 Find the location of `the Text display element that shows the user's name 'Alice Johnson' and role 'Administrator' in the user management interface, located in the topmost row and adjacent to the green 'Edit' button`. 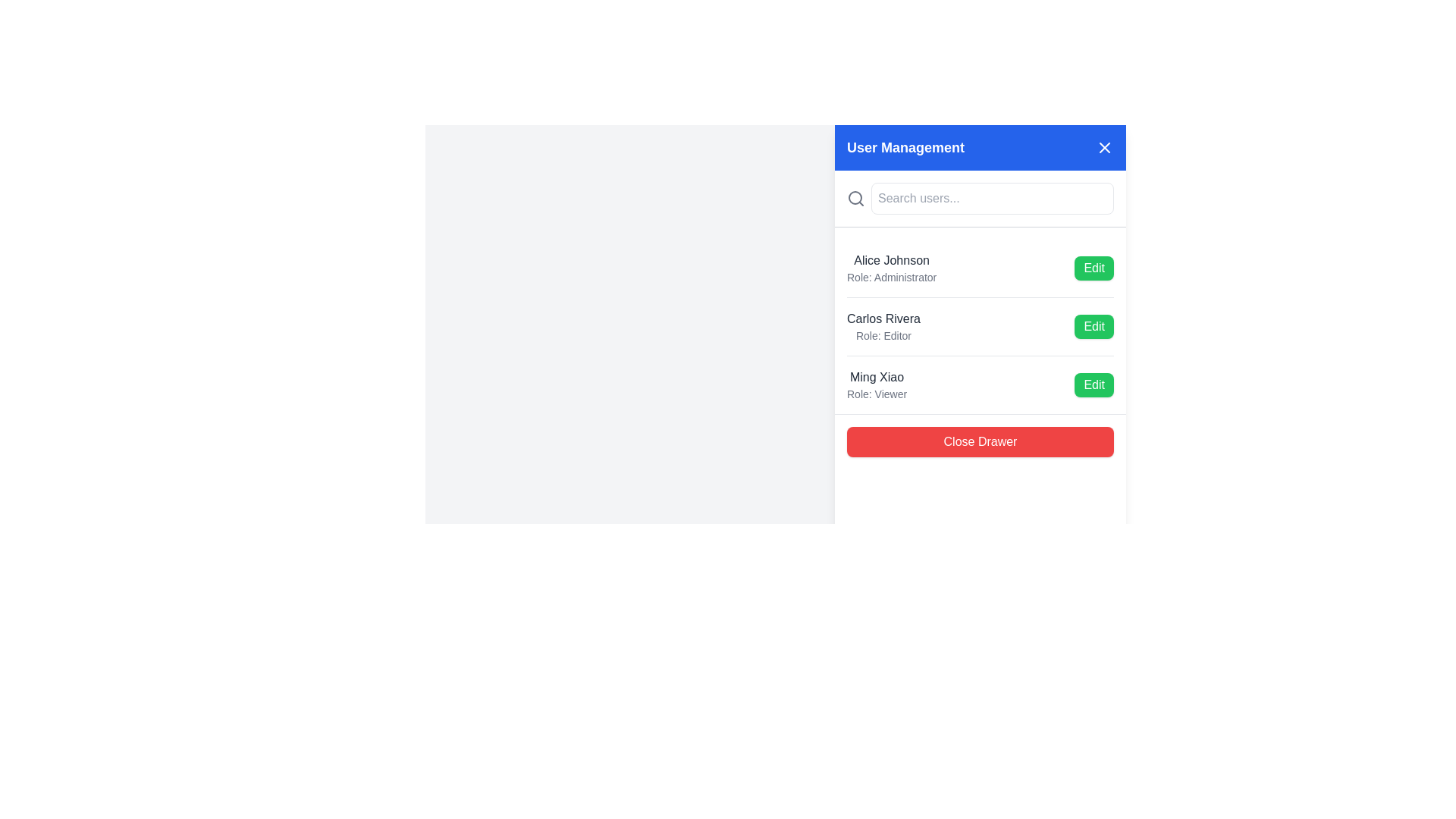

the Text display element that shows the user's name 'Alice Johnson' and role 'Administrator' in the user management interface, located in the topmost row and adjacent to the green 'Edit' button is located at coordinates (892, 268).